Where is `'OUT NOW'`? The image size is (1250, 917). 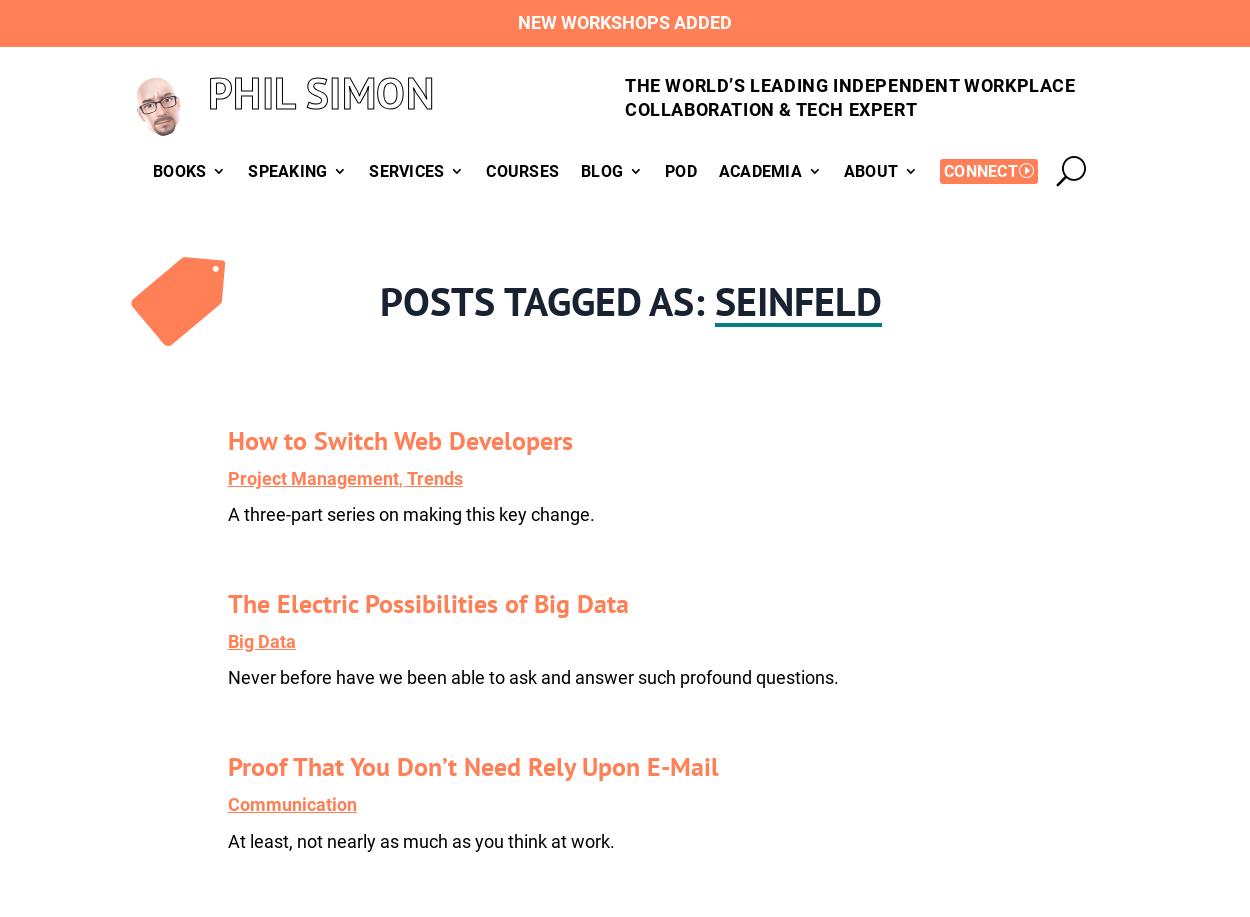
'OUT NOW' is located at coordinates (304, 232).